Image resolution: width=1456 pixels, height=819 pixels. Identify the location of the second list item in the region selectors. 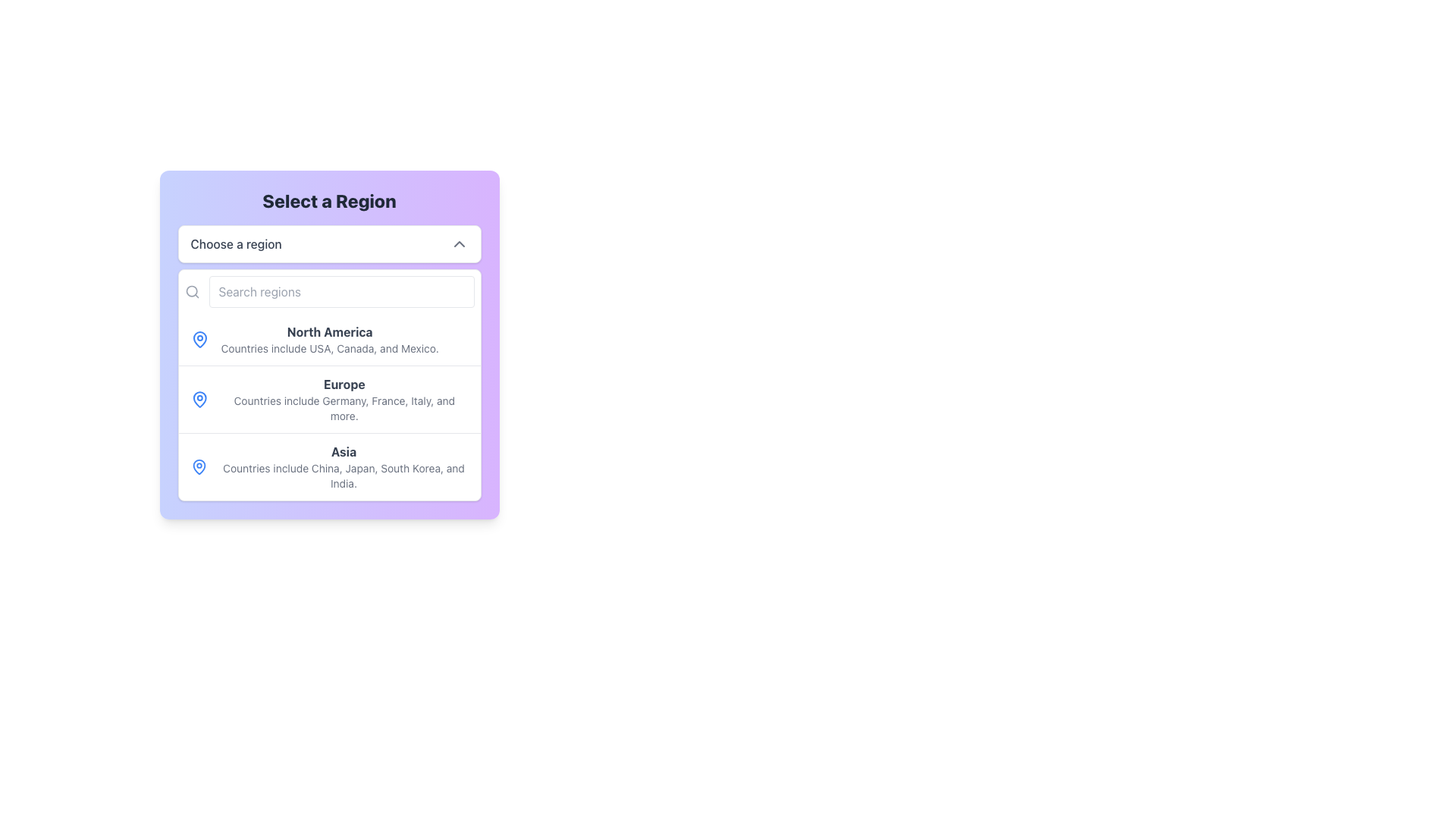
(328, 399).